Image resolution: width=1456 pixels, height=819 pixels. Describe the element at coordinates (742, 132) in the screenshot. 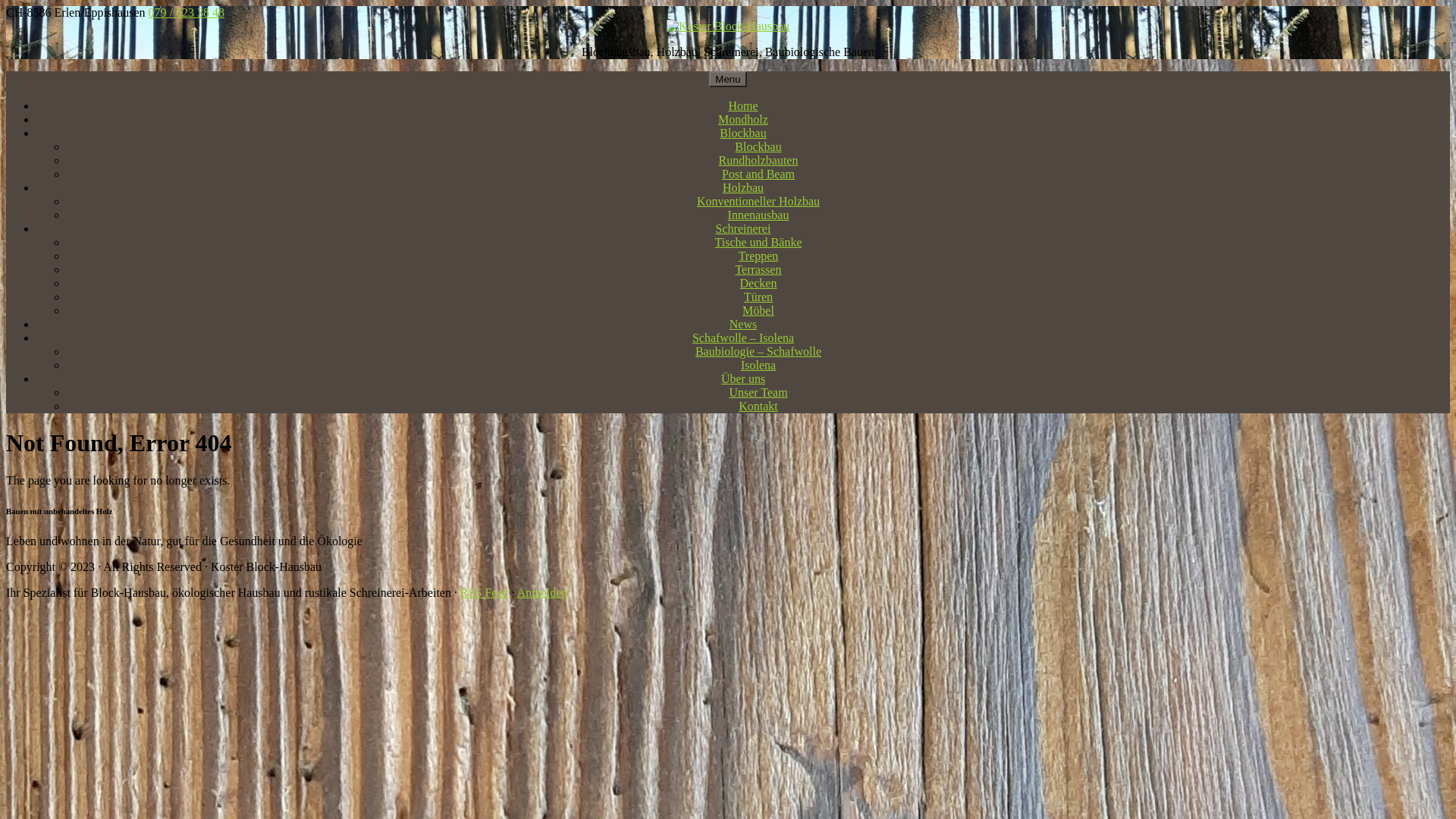

I see `'Blockbau'` at that location.